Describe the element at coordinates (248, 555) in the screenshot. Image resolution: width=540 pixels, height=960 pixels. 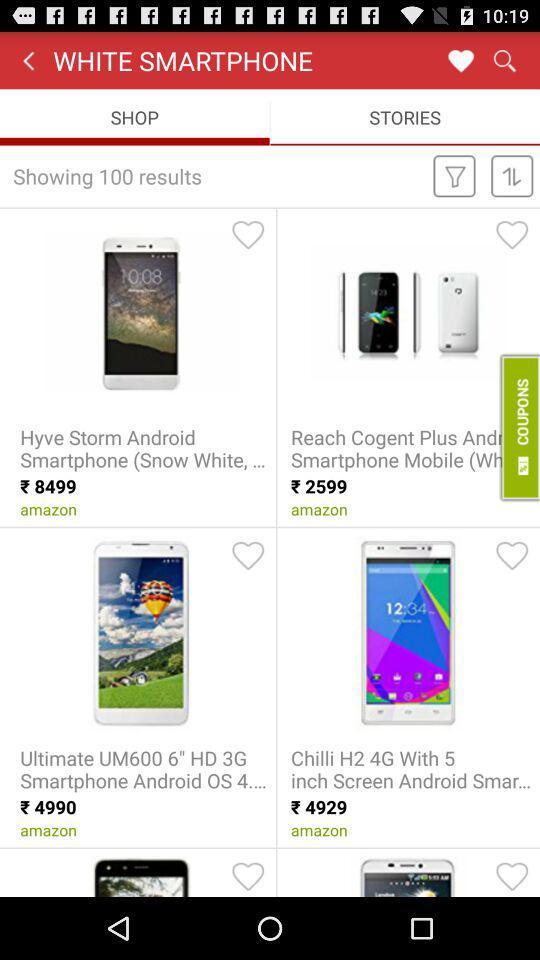
I see `to favorites` at that location.